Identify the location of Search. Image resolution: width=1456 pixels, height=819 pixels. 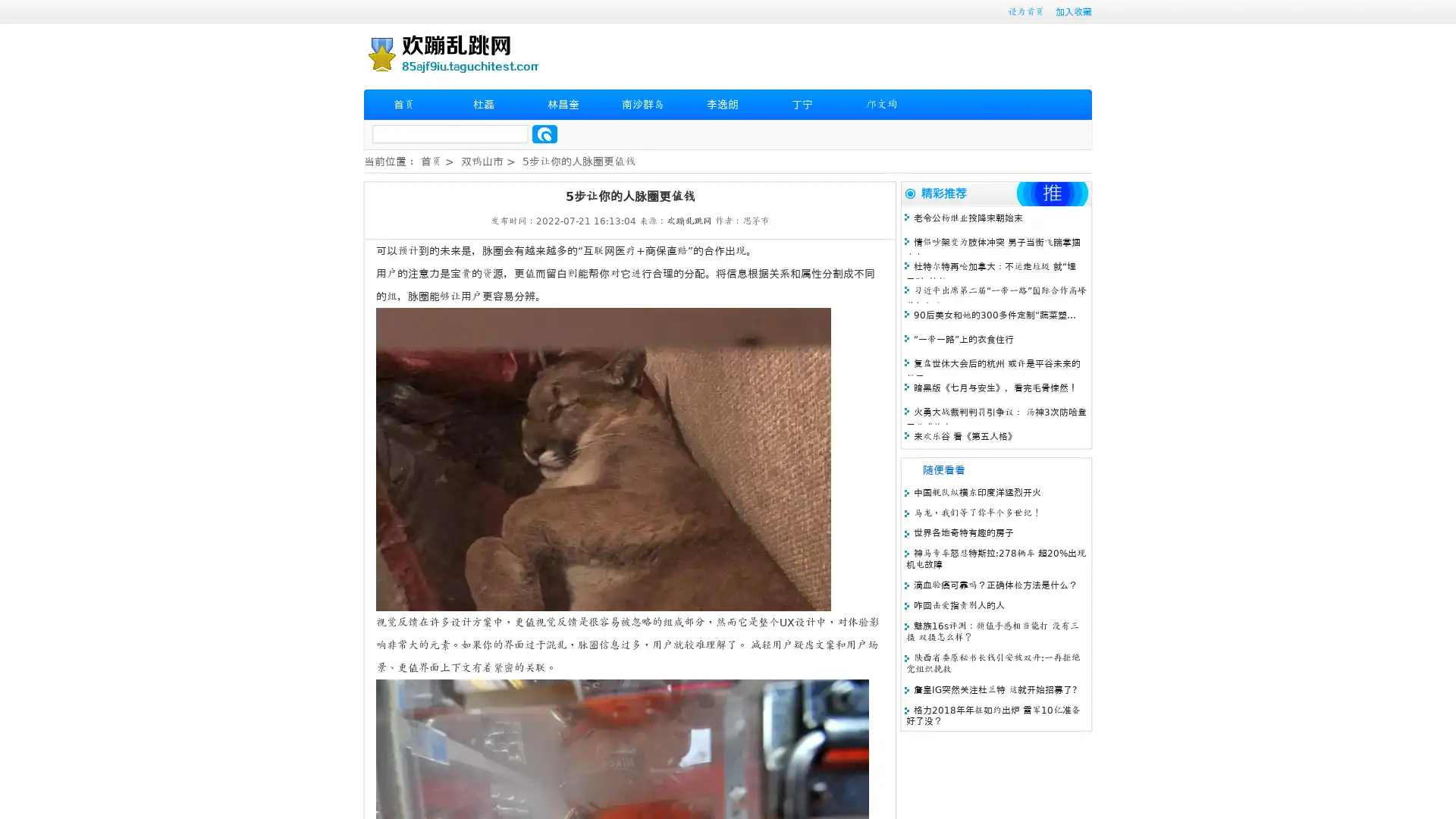
(544, 133).